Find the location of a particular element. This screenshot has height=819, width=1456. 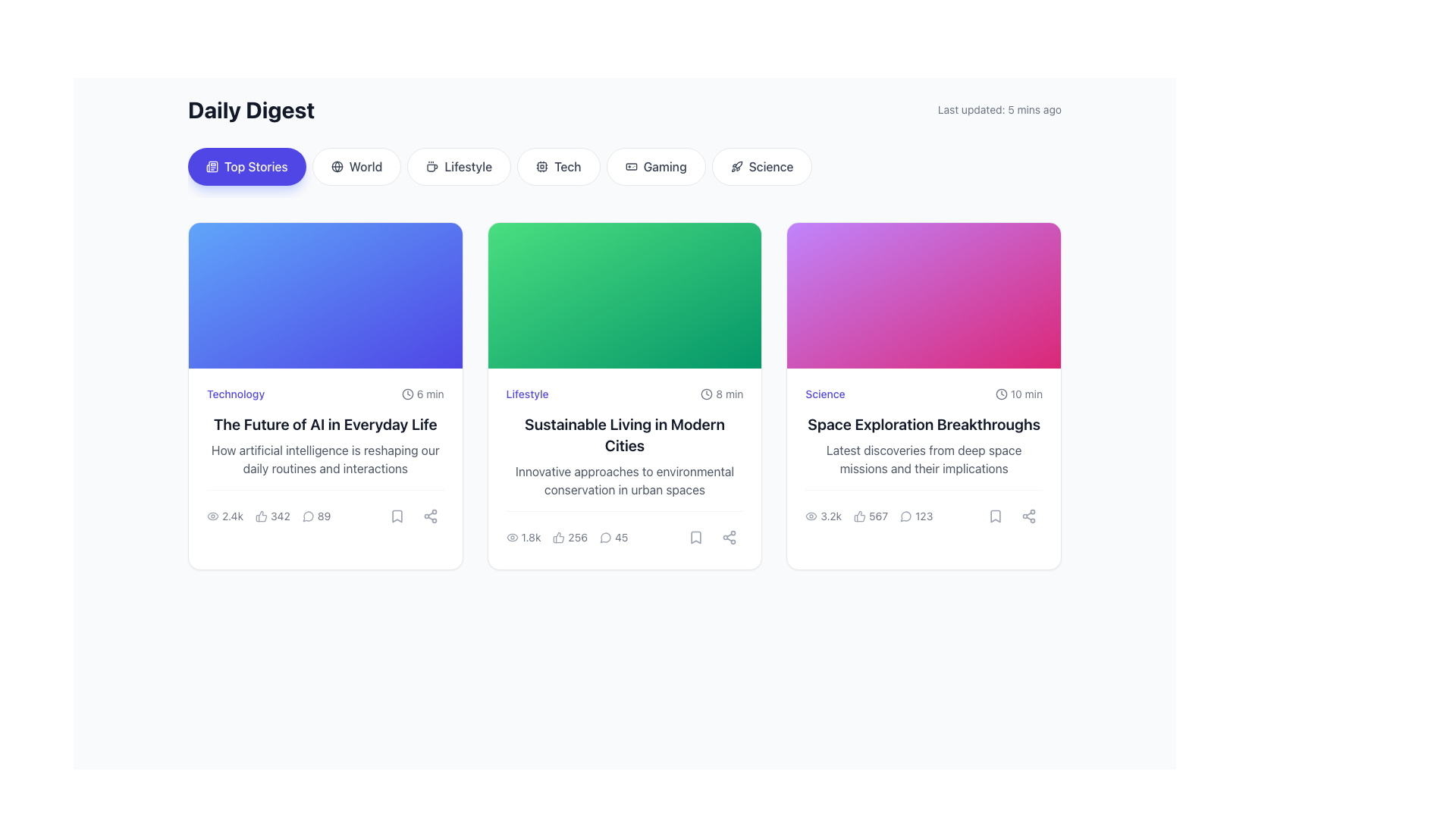

the comment count icon and number associated with the 'Sustainable Living in Modern Cities' article located in the bottom section of the middle card is located at coordinates (613, 537).